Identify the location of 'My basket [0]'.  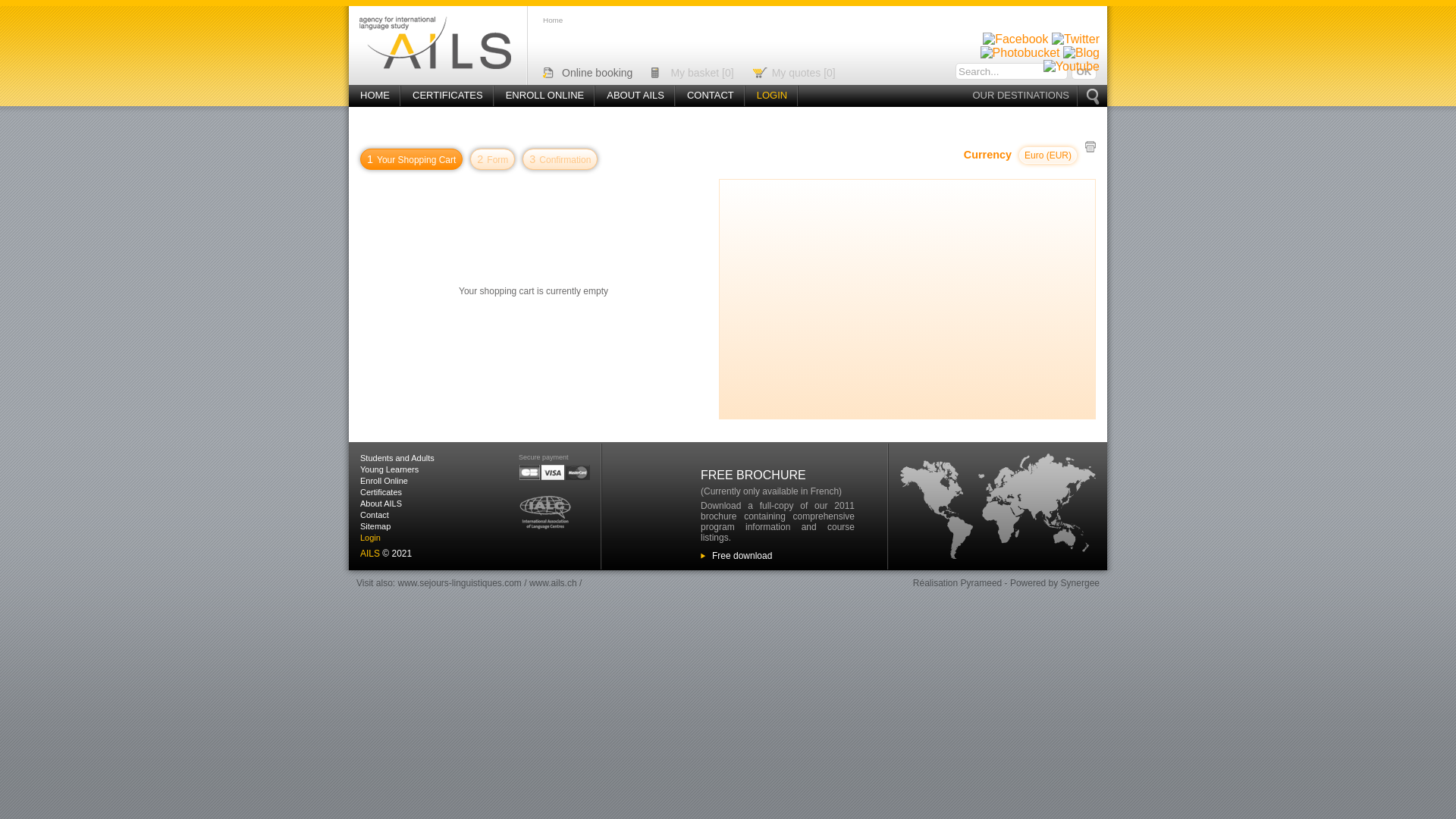
(701, 73).